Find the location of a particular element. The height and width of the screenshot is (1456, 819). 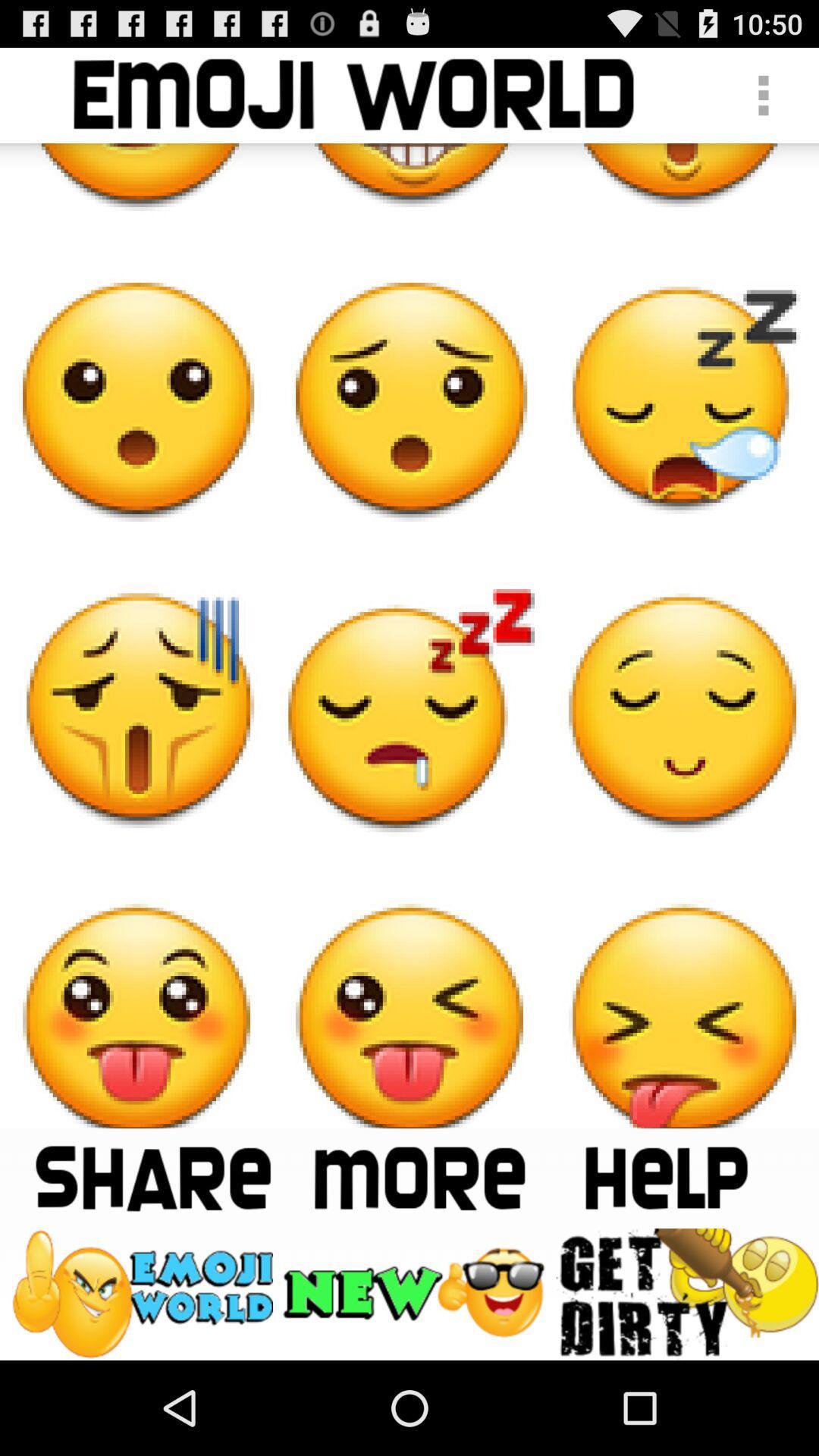

ask help is located at coordinates (664, 1177).